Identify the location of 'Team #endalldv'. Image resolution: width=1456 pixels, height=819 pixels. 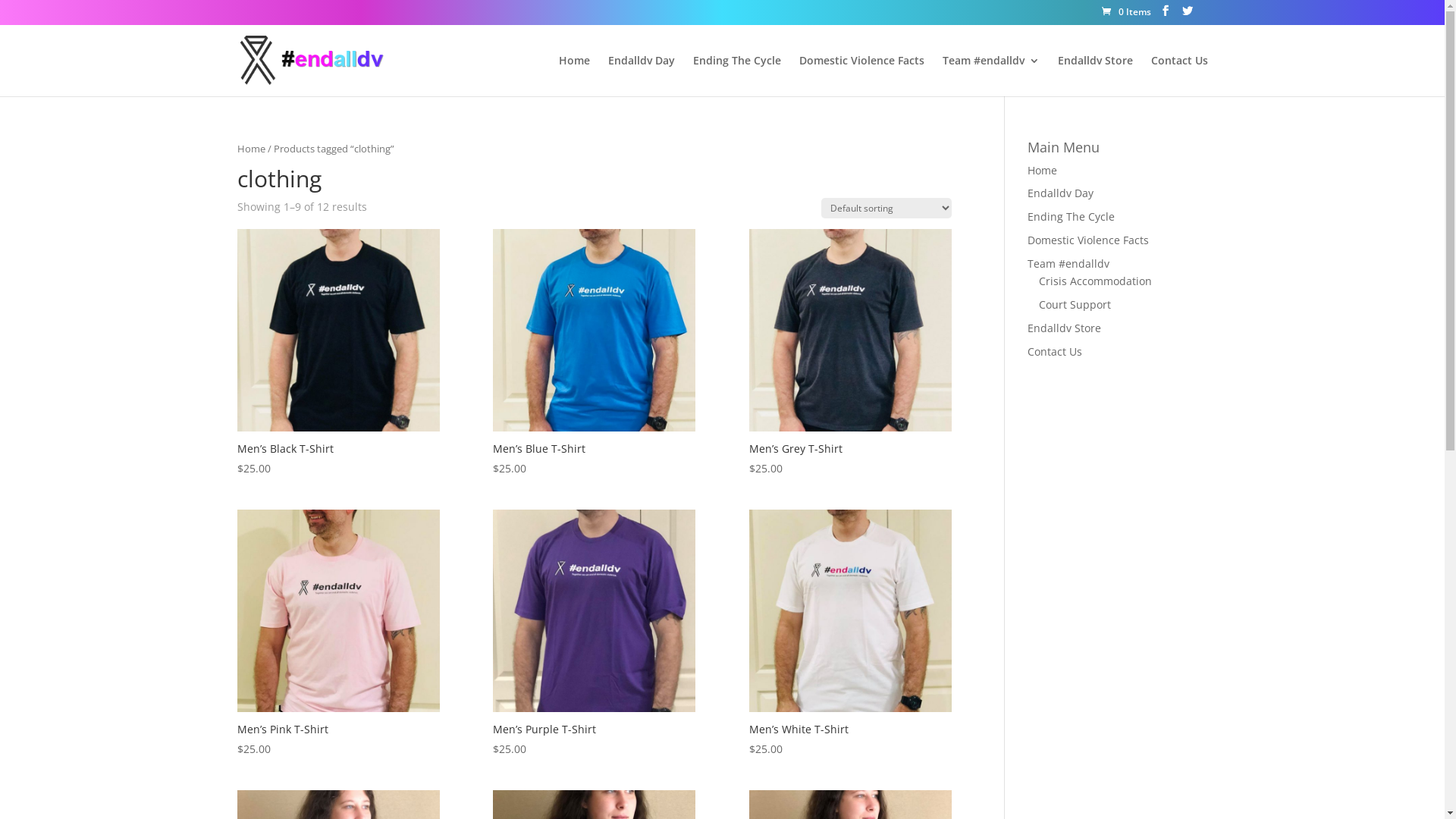
(941, 75).